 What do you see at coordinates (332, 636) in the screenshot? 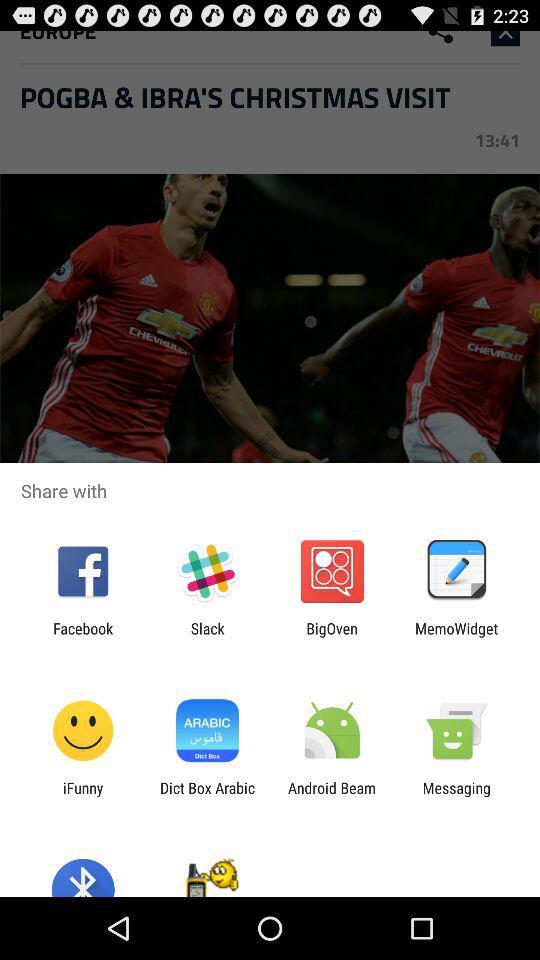
I see `the item next to the memowidget` at bounding box center [332, 636].